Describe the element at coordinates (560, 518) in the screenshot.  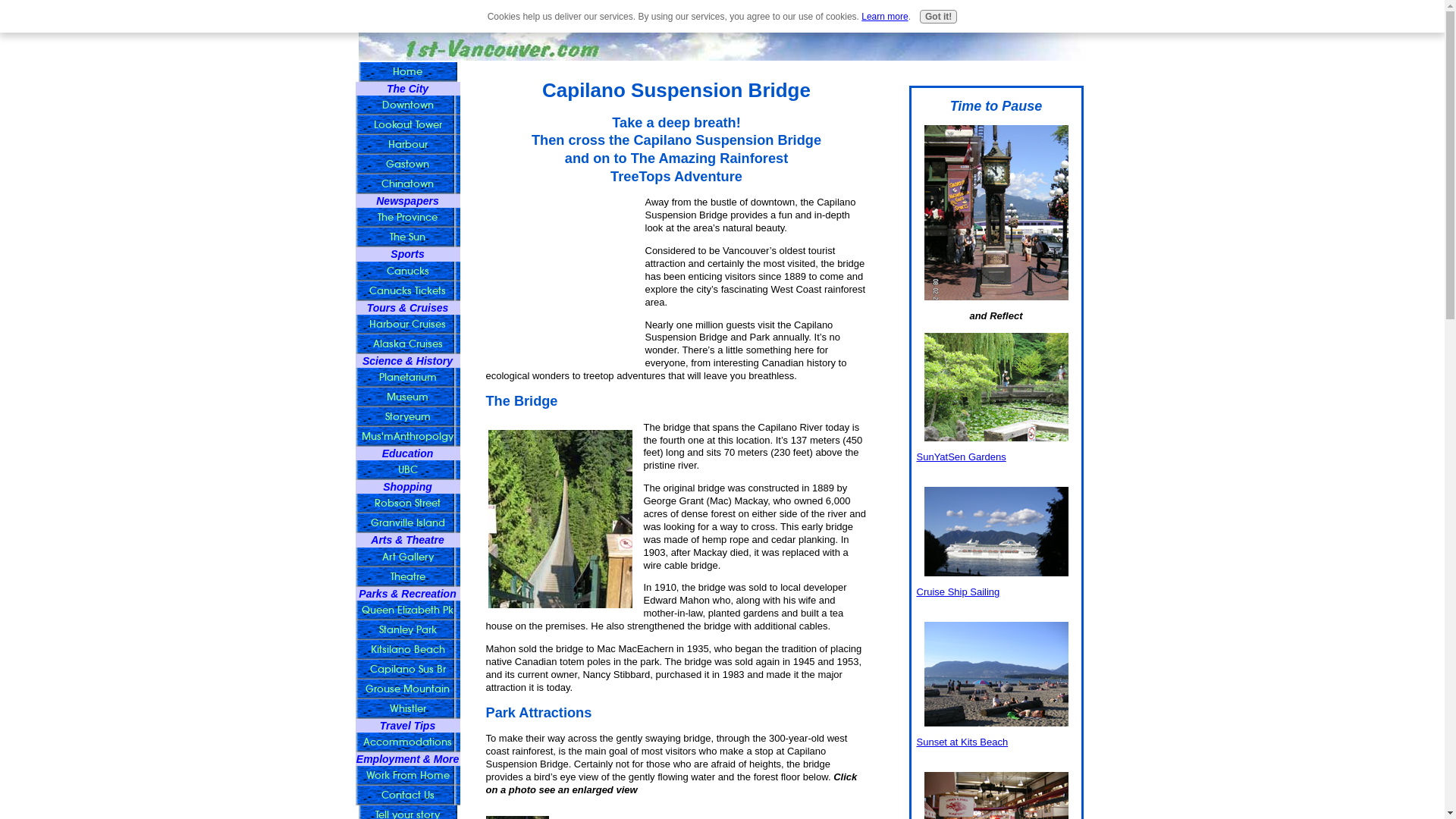
I see `'..'` at that location.